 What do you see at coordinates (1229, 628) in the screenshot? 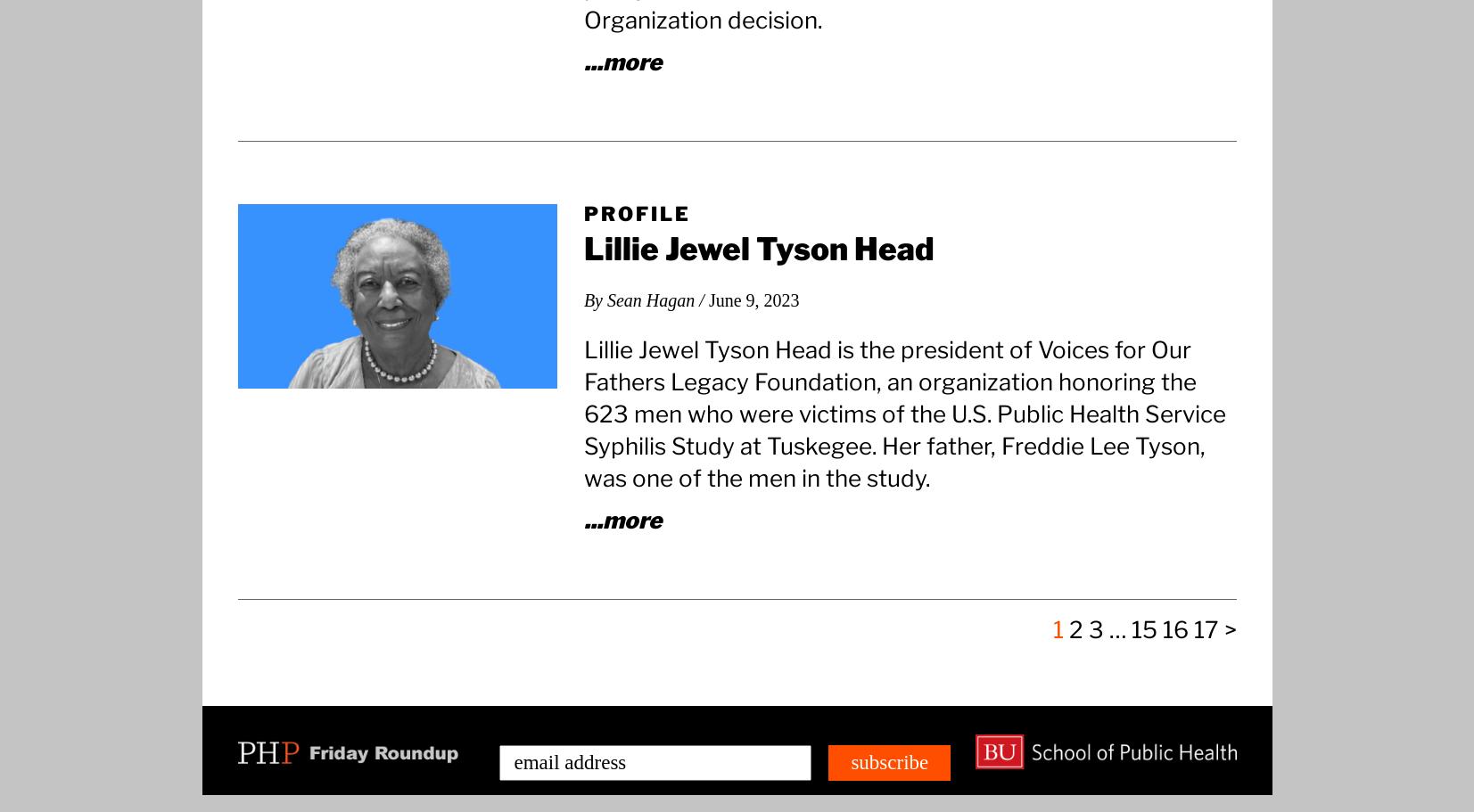
I see `'>'` at bounding box center [1229, 628].